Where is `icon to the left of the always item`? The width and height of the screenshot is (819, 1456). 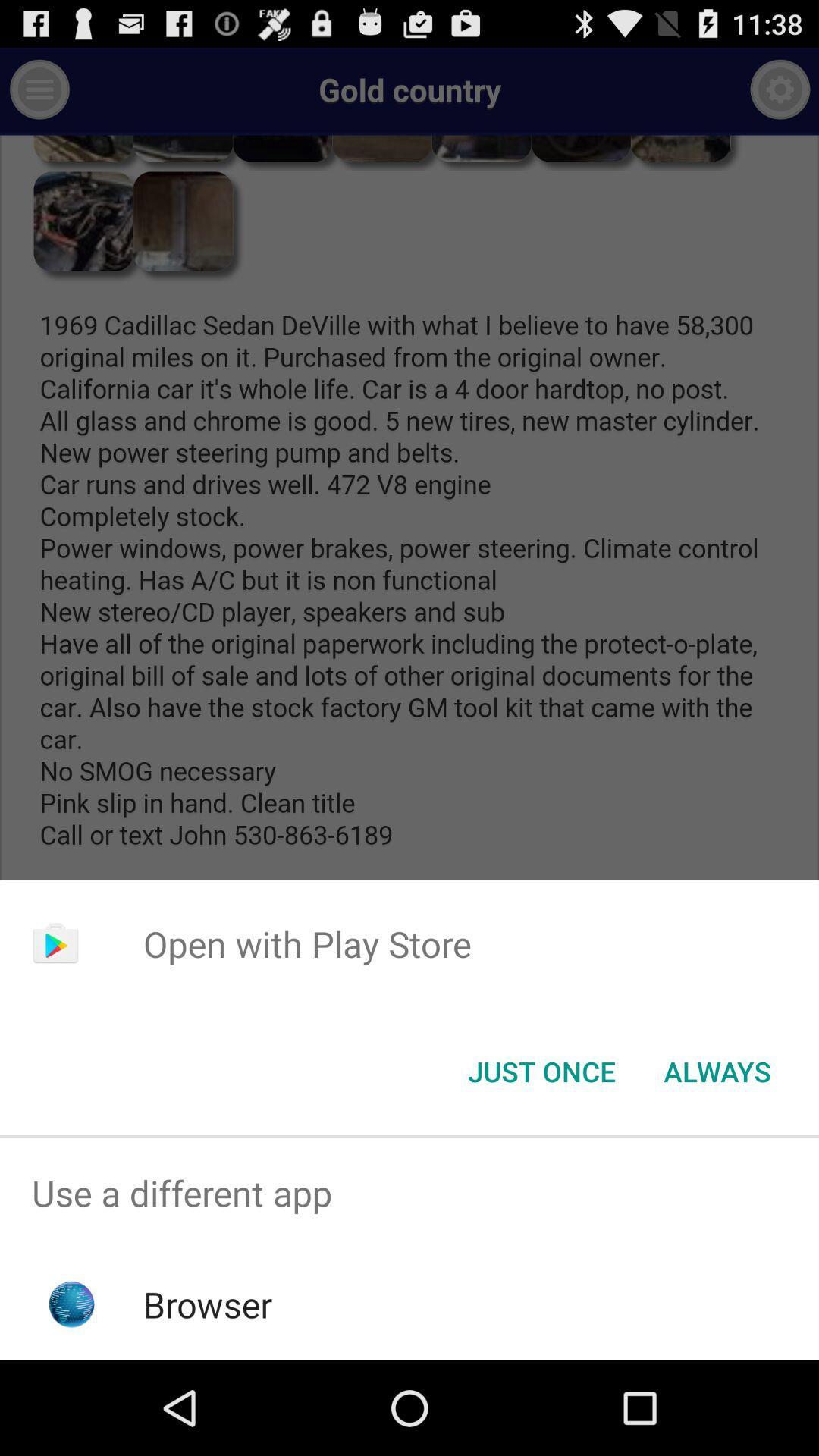 icon to the left of the always item is located at coordinates (541, 1070).